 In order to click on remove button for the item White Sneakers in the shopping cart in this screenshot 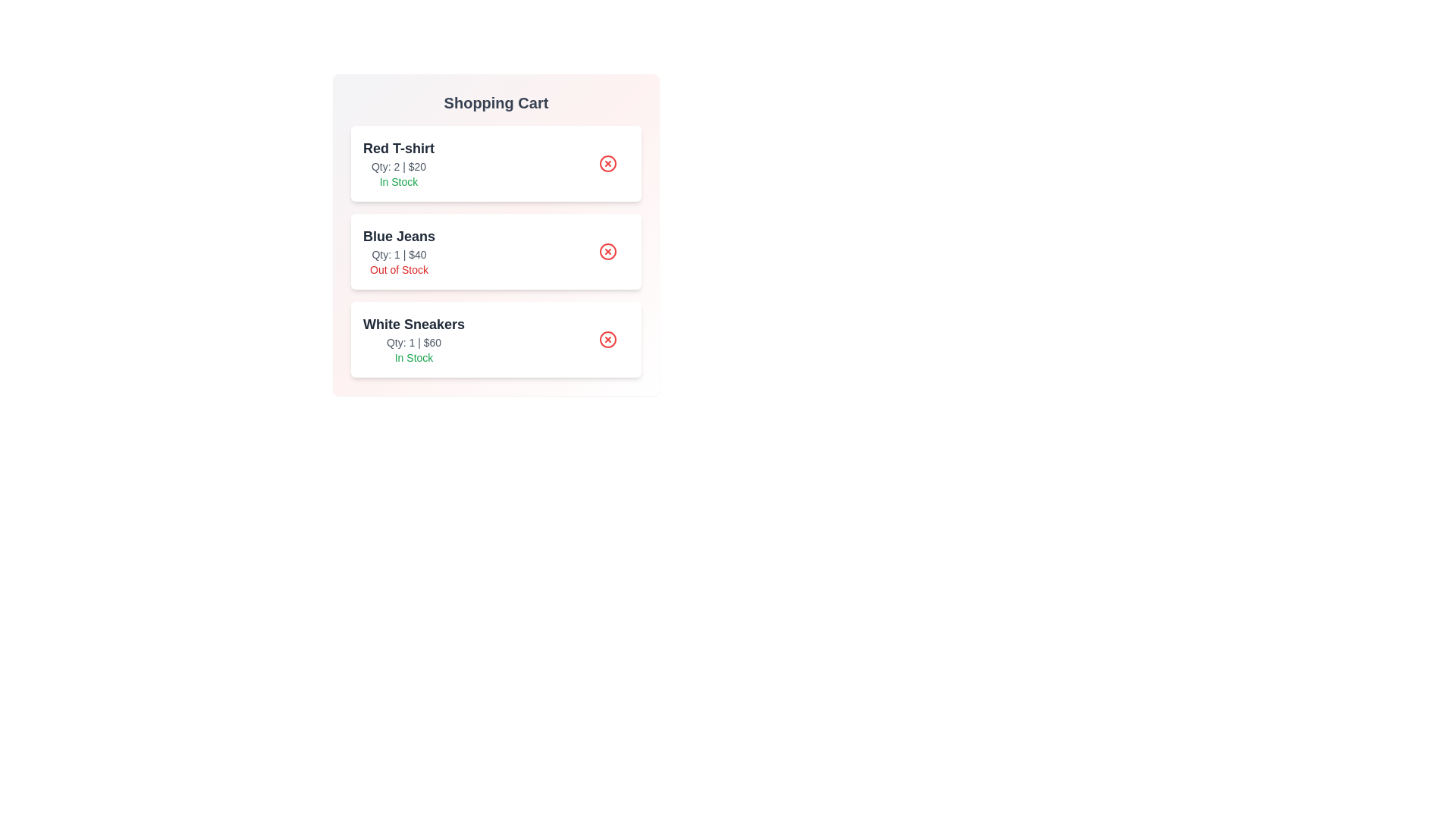, I will do `click(607, 338)`.